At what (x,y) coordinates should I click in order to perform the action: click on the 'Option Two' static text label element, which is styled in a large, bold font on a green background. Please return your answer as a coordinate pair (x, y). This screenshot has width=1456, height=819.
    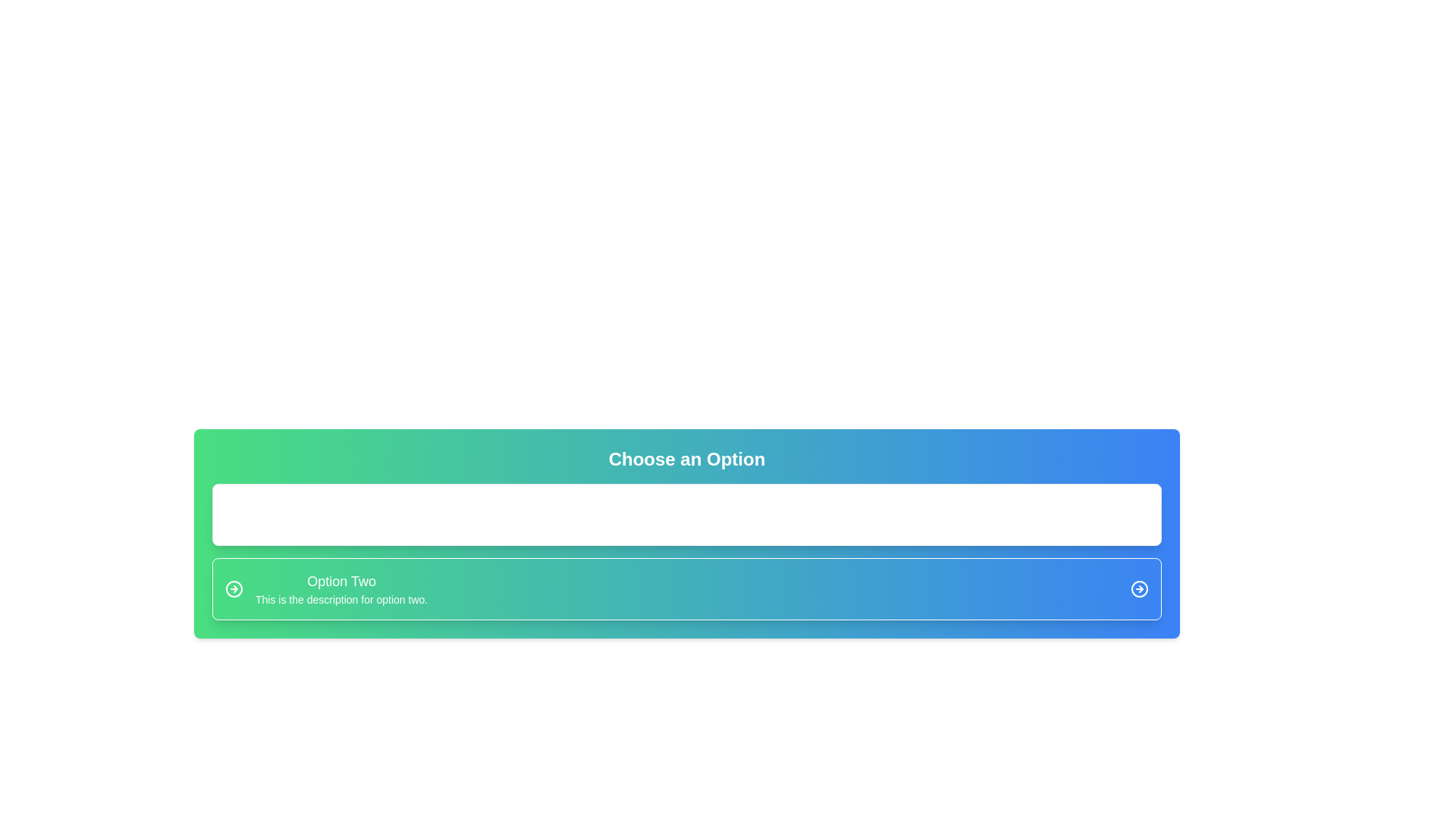
    Looking at the image, I should click on (340, 581).